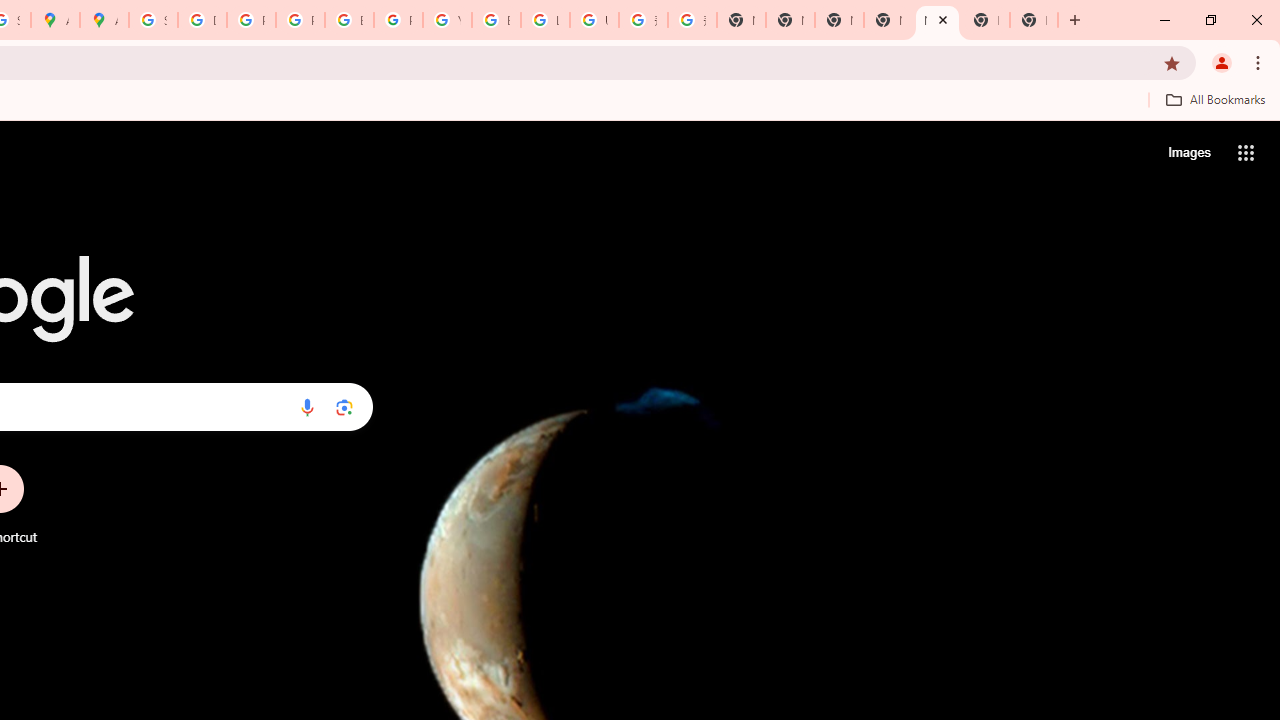 The width and height of the screenshot is (1280, 720). What do you see at coordinates (299, 20) in the screenshot?
I see `'Privacy Help Center - Policies Help'` at bounding box center [299, 20].